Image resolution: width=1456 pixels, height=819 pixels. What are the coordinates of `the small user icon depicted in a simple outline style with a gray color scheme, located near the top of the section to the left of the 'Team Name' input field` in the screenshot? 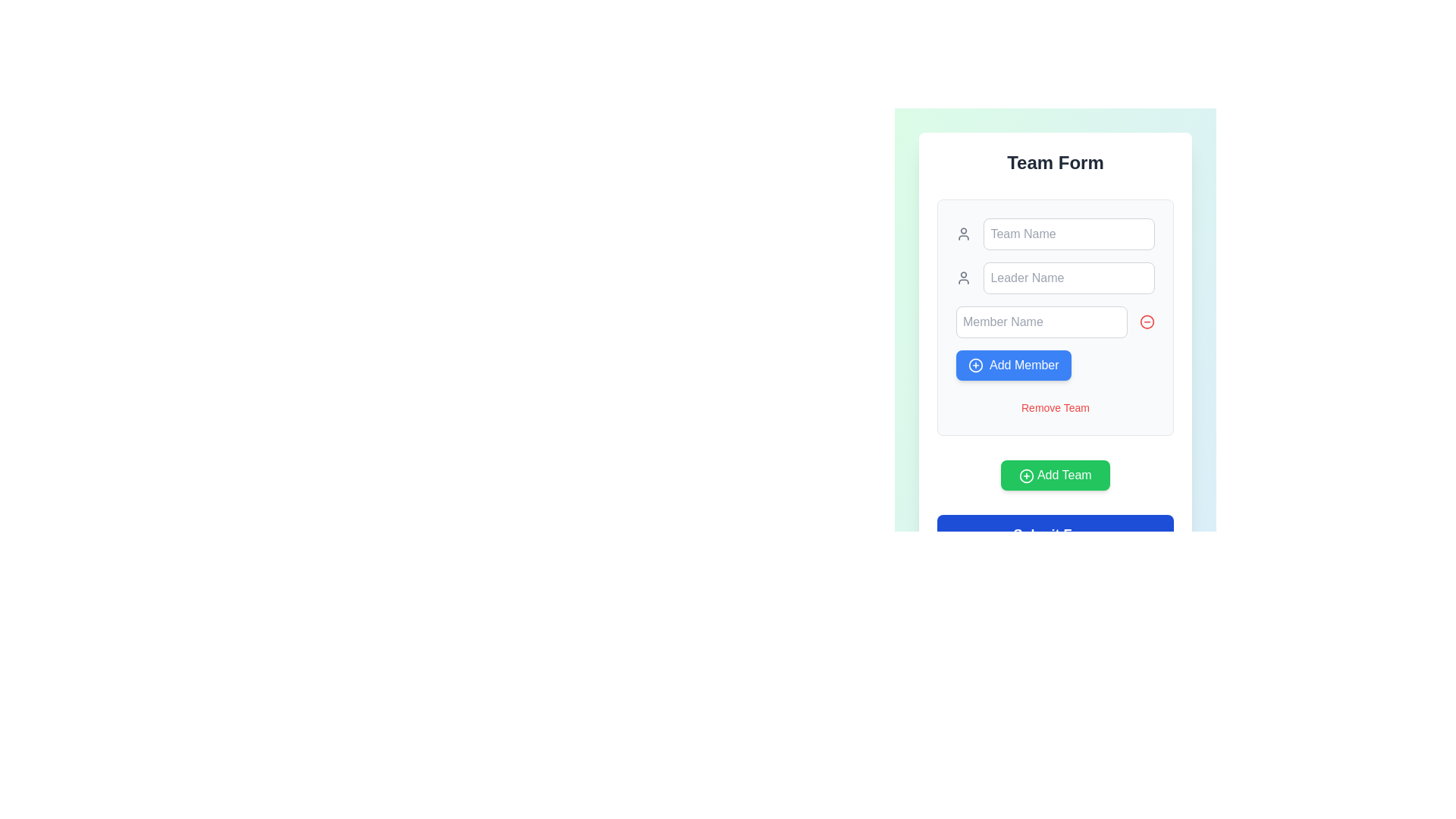 It's located at (963, 234).